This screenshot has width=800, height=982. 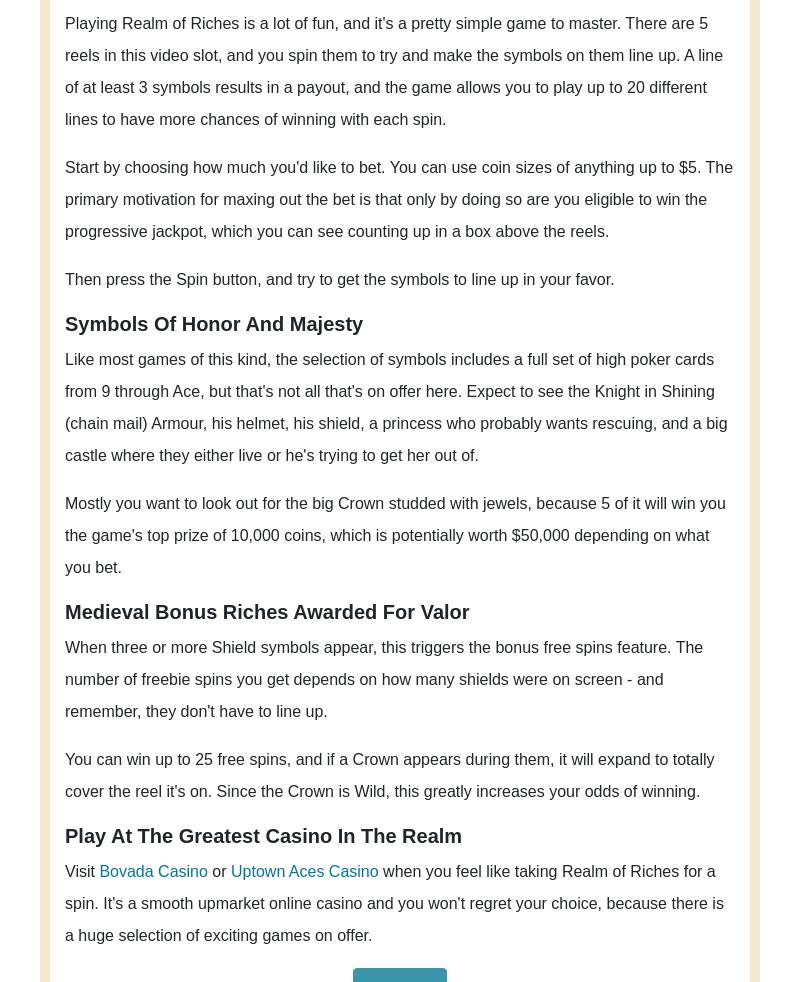 I want to click on 'Bovada Casino', so click(x=157, y=193).